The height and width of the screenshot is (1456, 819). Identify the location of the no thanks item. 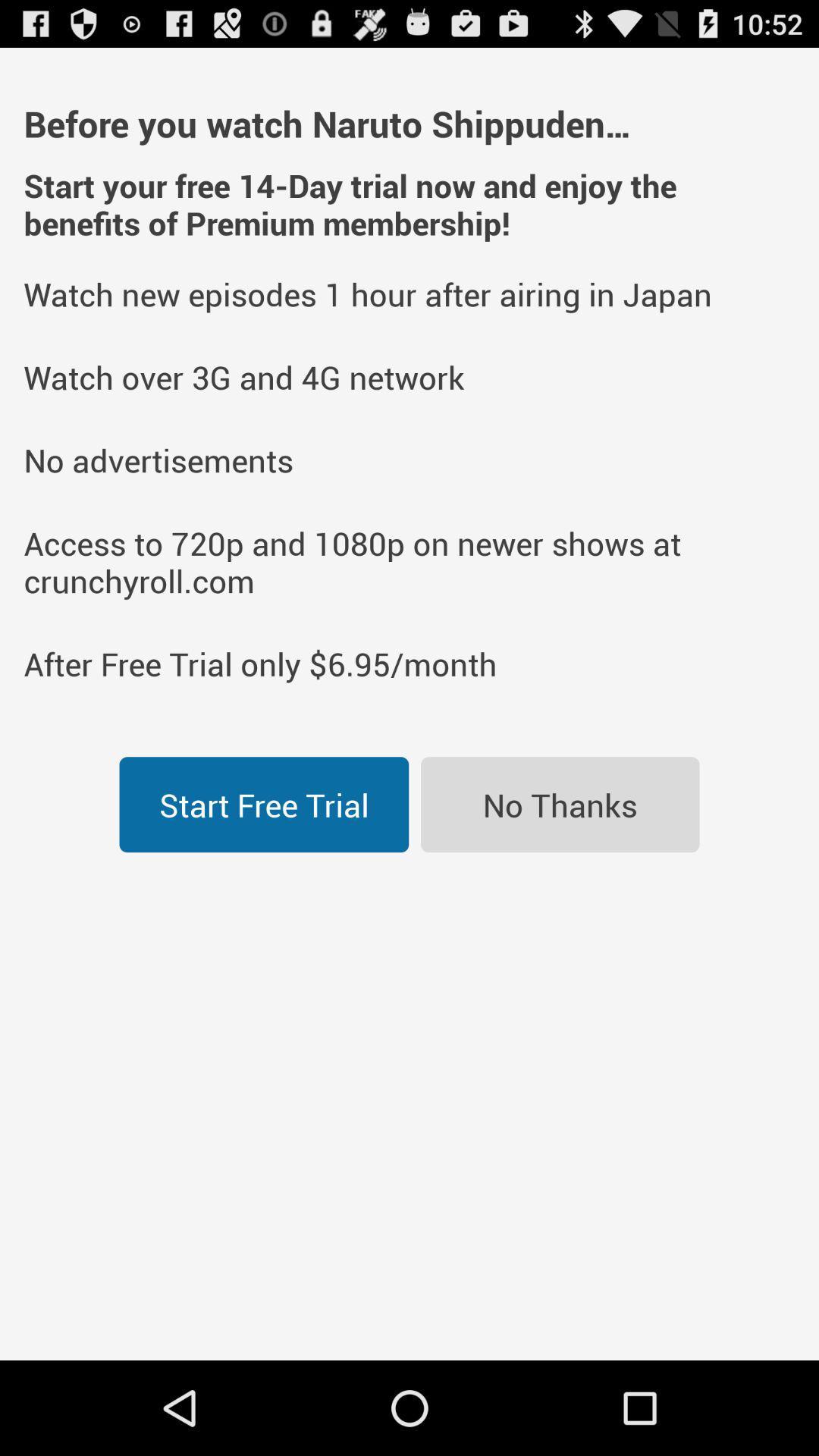
(560, 804).